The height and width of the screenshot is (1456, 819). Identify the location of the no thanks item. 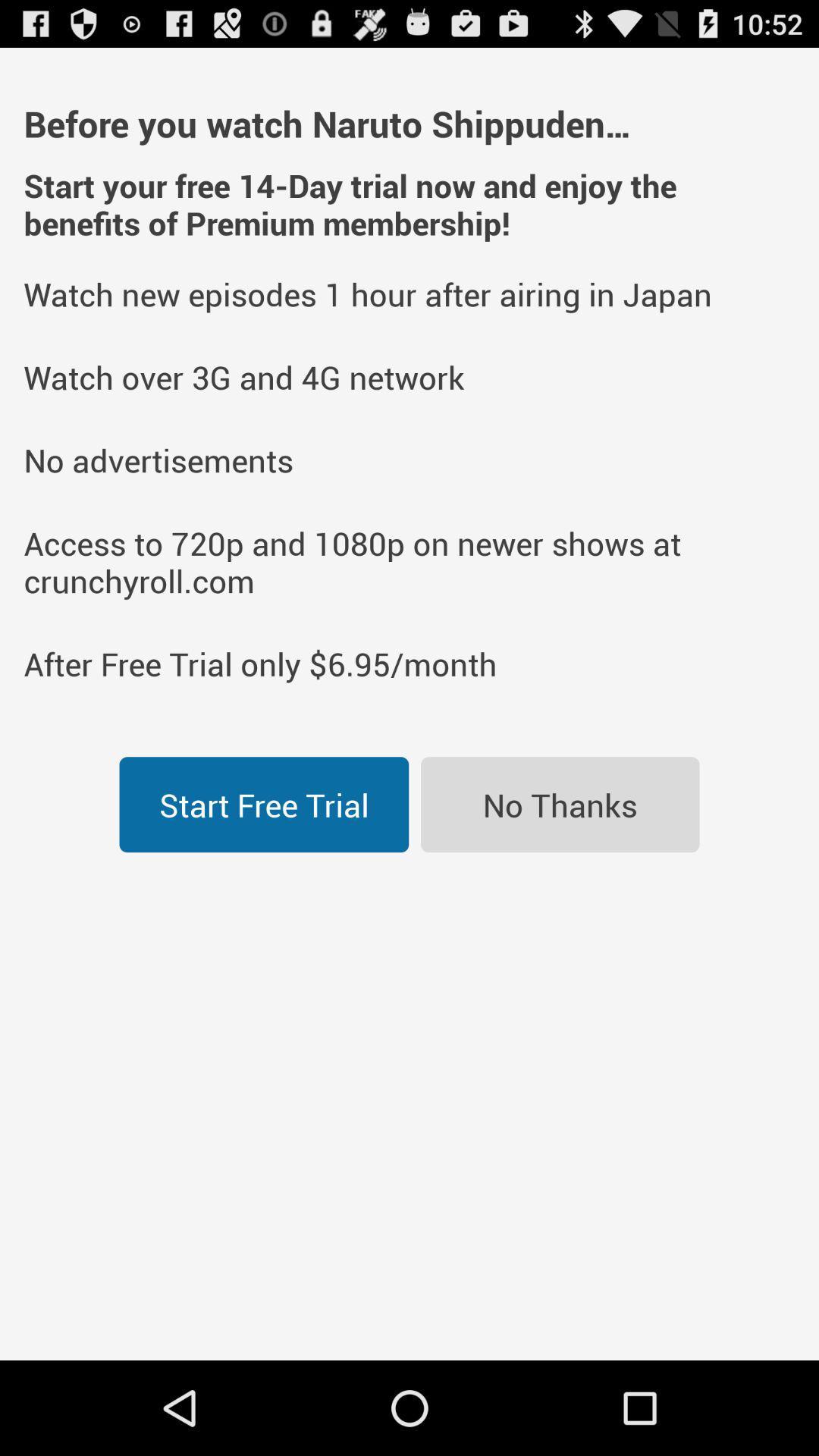
(560, 804).